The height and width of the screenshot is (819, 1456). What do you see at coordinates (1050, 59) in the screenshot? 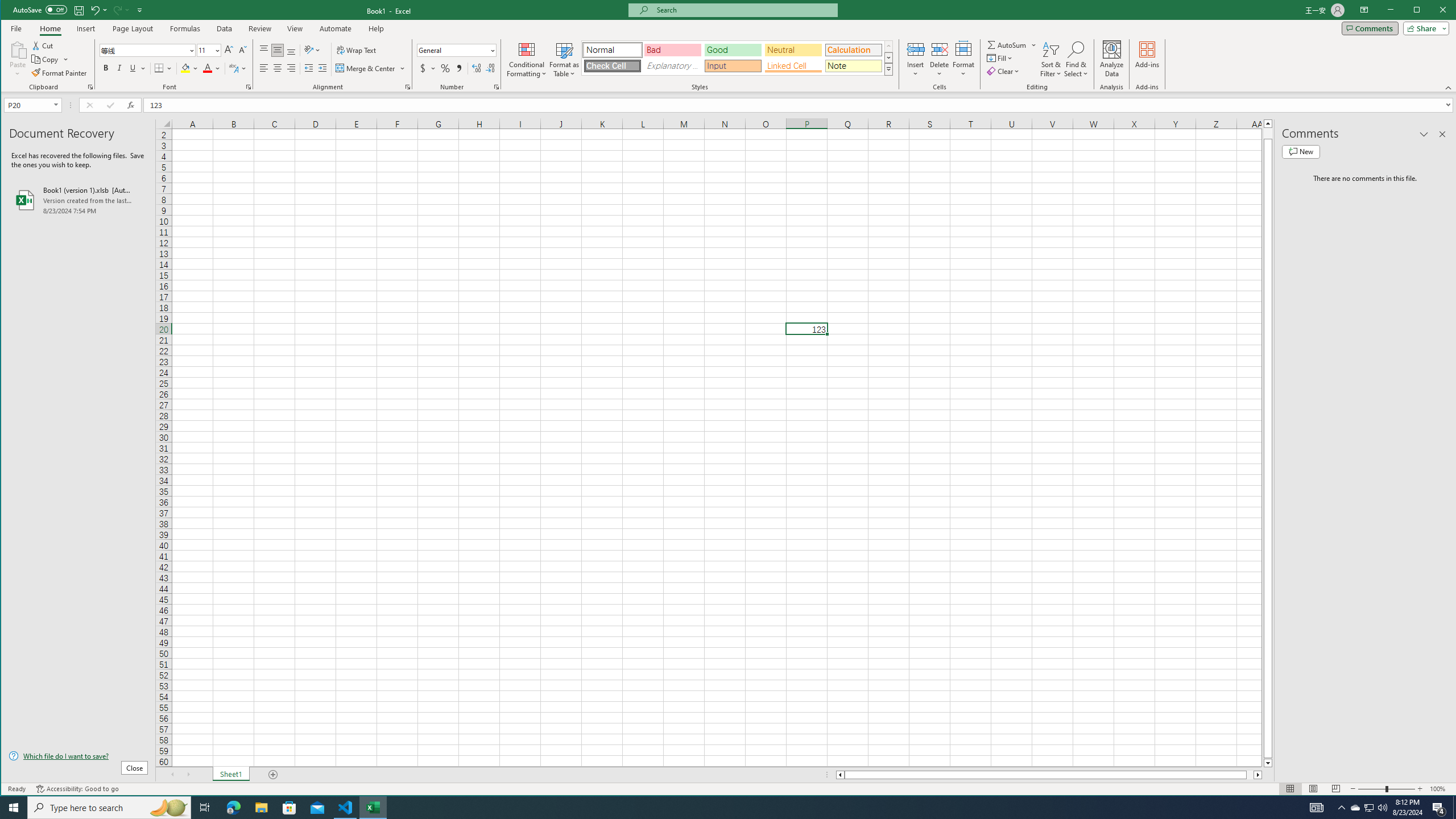
I see `'Sort & Filter'` at bounding box center [1050, 59].